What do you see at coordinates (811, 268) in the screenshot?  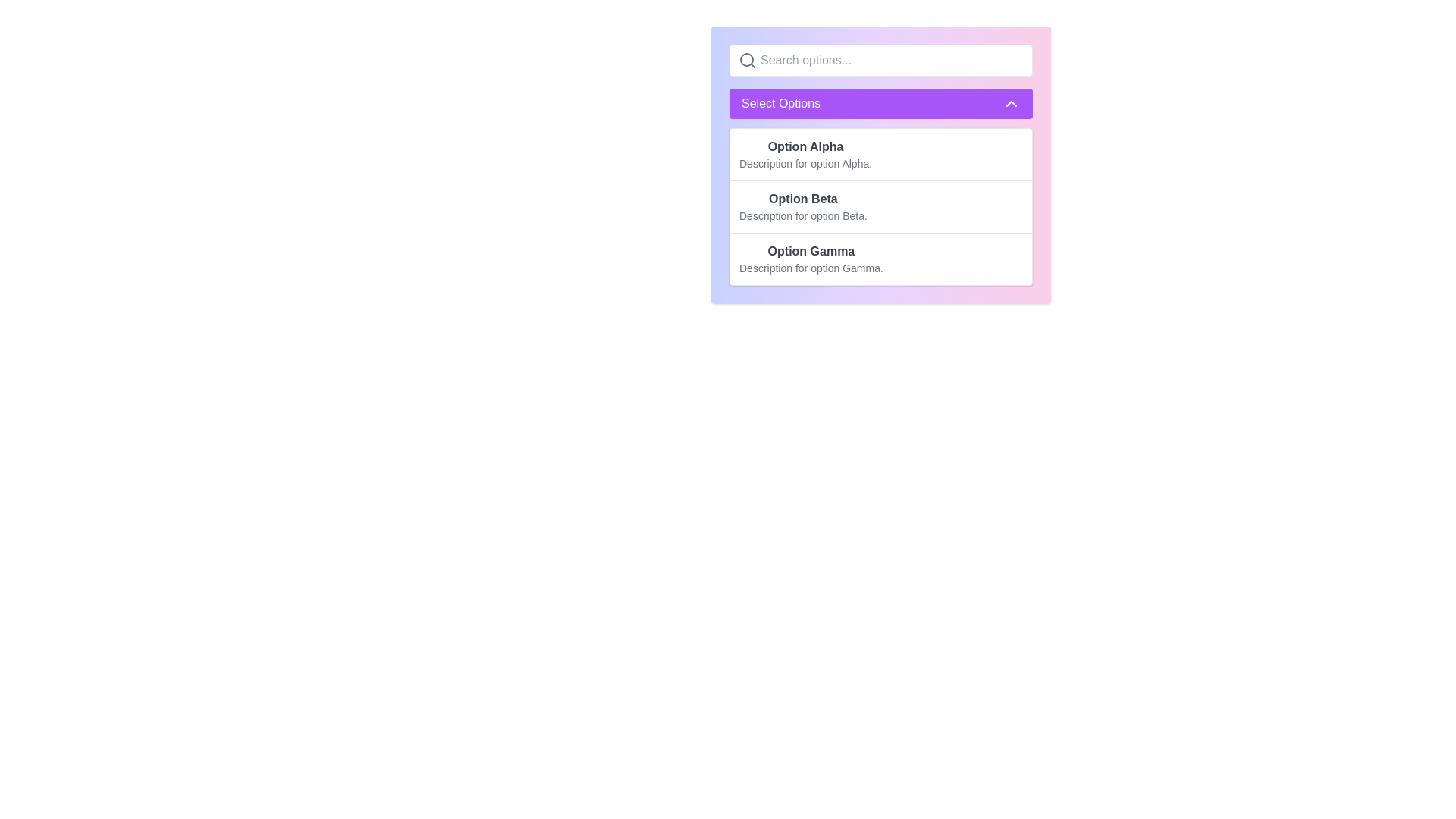 I see `the text label element reading 'Description for option Gamma.' located under the title 'Option Gamma' in the dropdown list` at bounding box center [811, 268].